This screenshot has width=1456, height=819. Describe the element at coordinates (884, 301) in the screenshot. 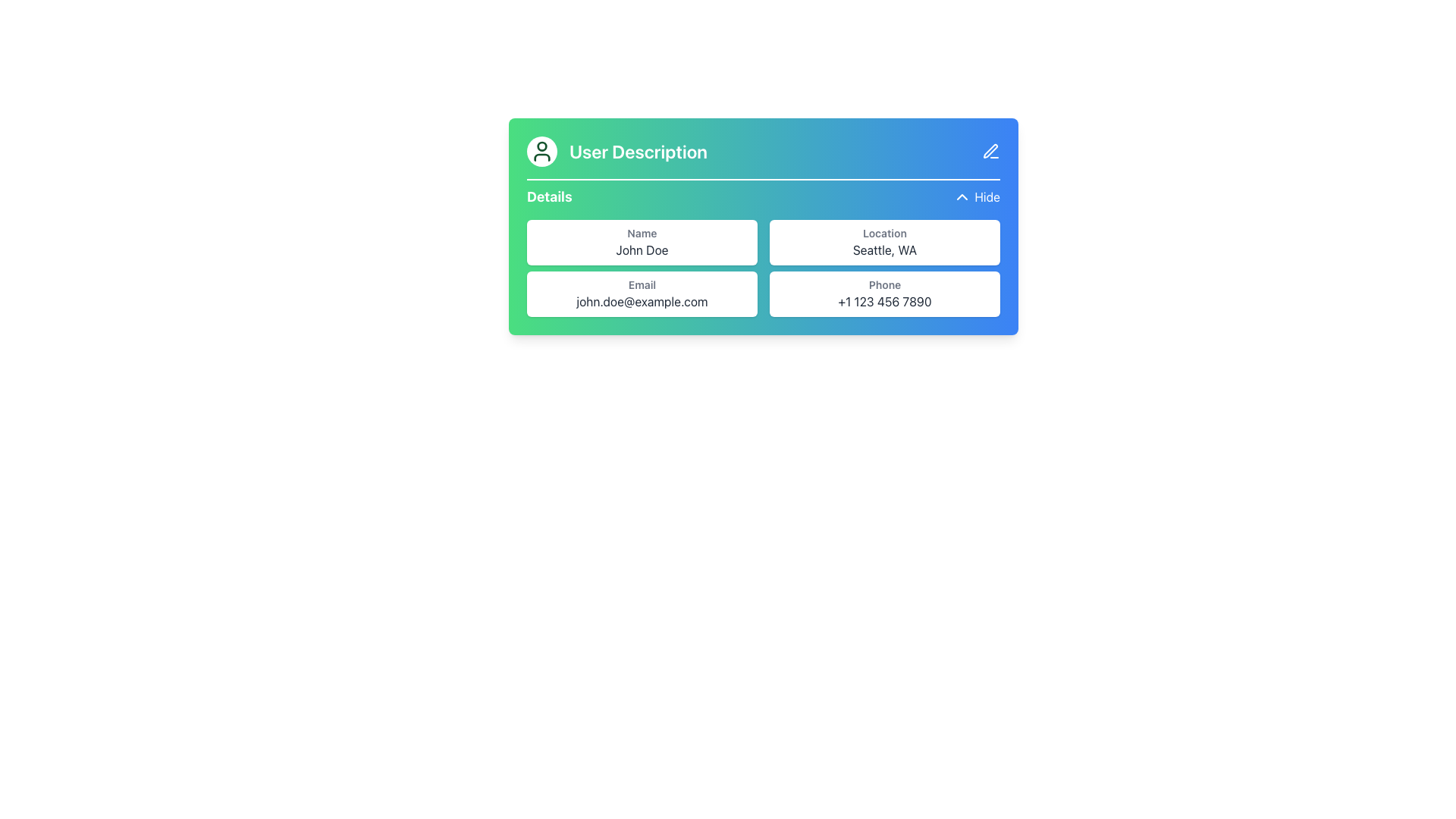

I see `the static text displaying the phone number located in the 'Details' section of the card, aligned under the 'Phone' label` at that location.